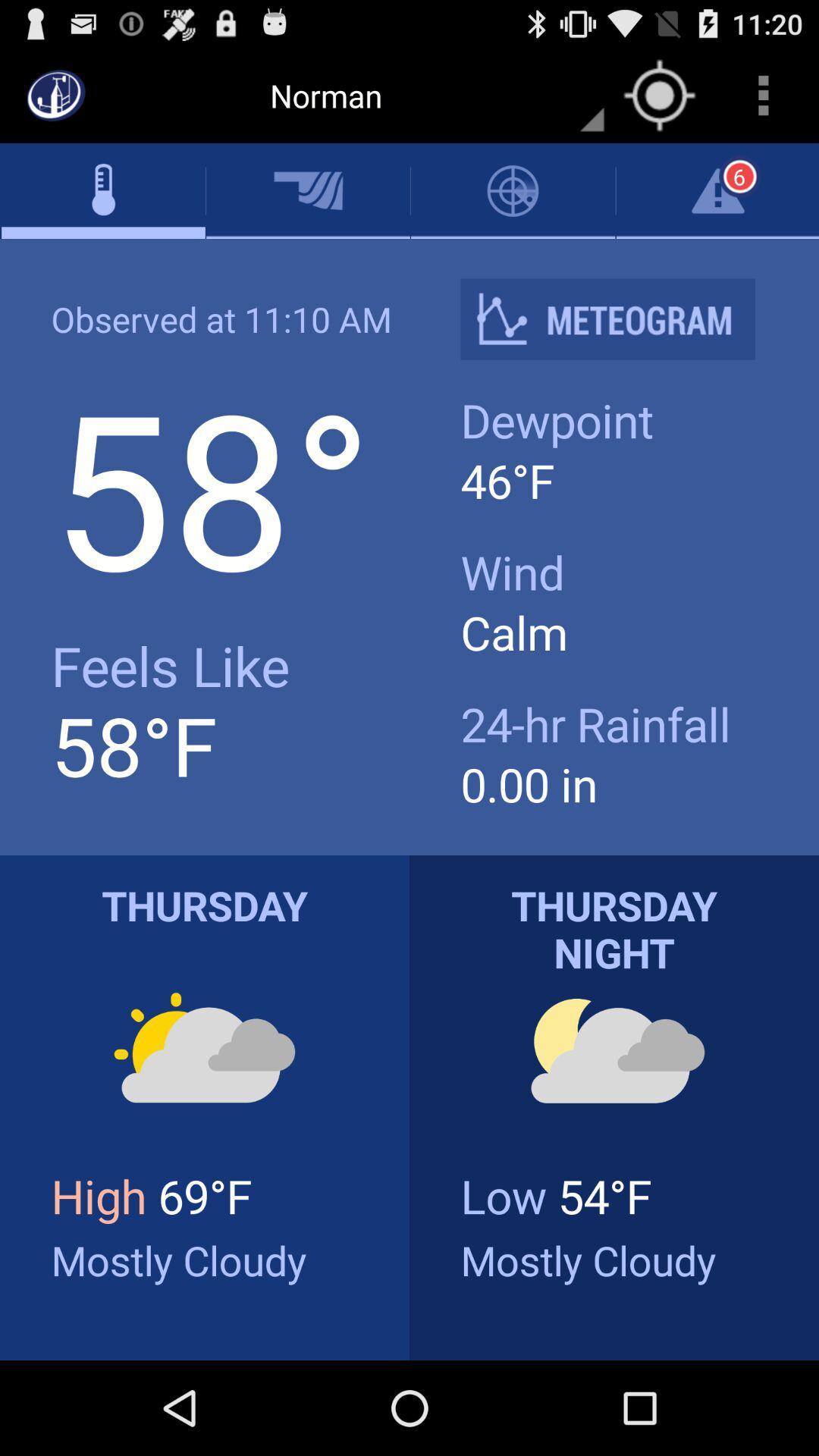 The height and width of the screenshot is (1456, 819). Describe the element at coordinates (659, 94) in the screenshot. I see `the item to the right of the norman app` at that location.